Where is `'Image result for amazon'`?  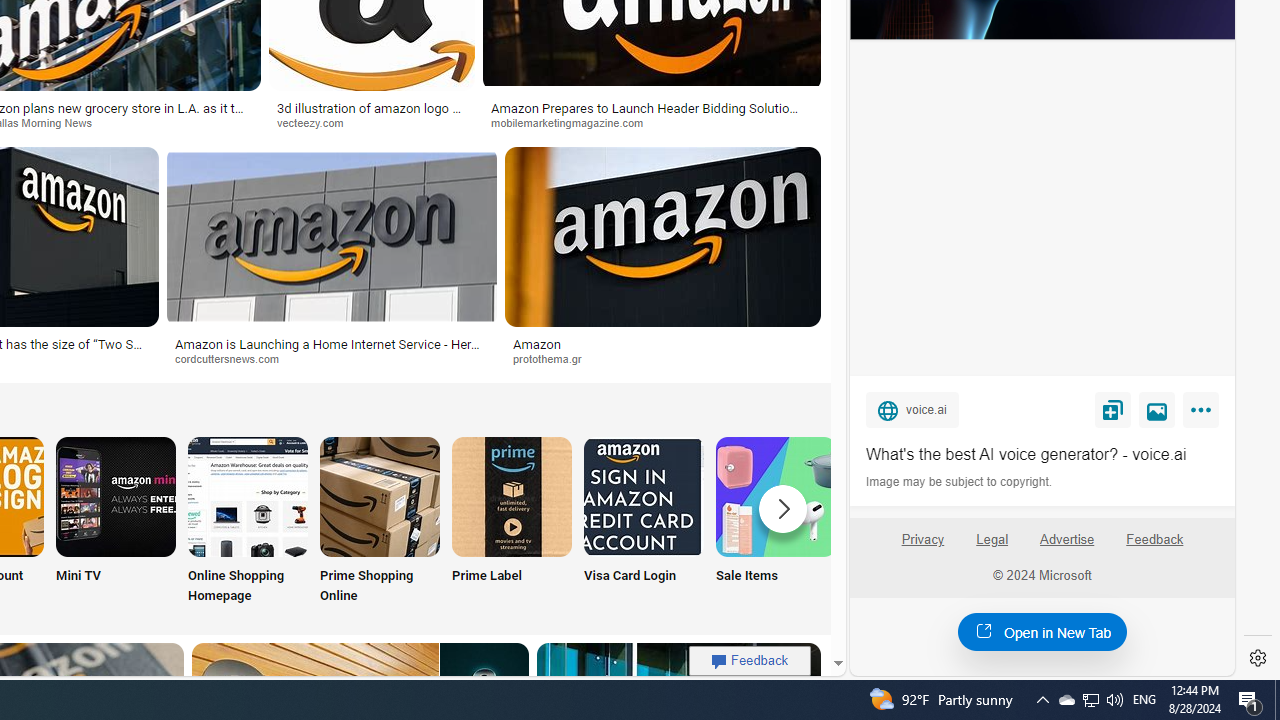 'Image result for amazon' is located at coordinates (663, 235).